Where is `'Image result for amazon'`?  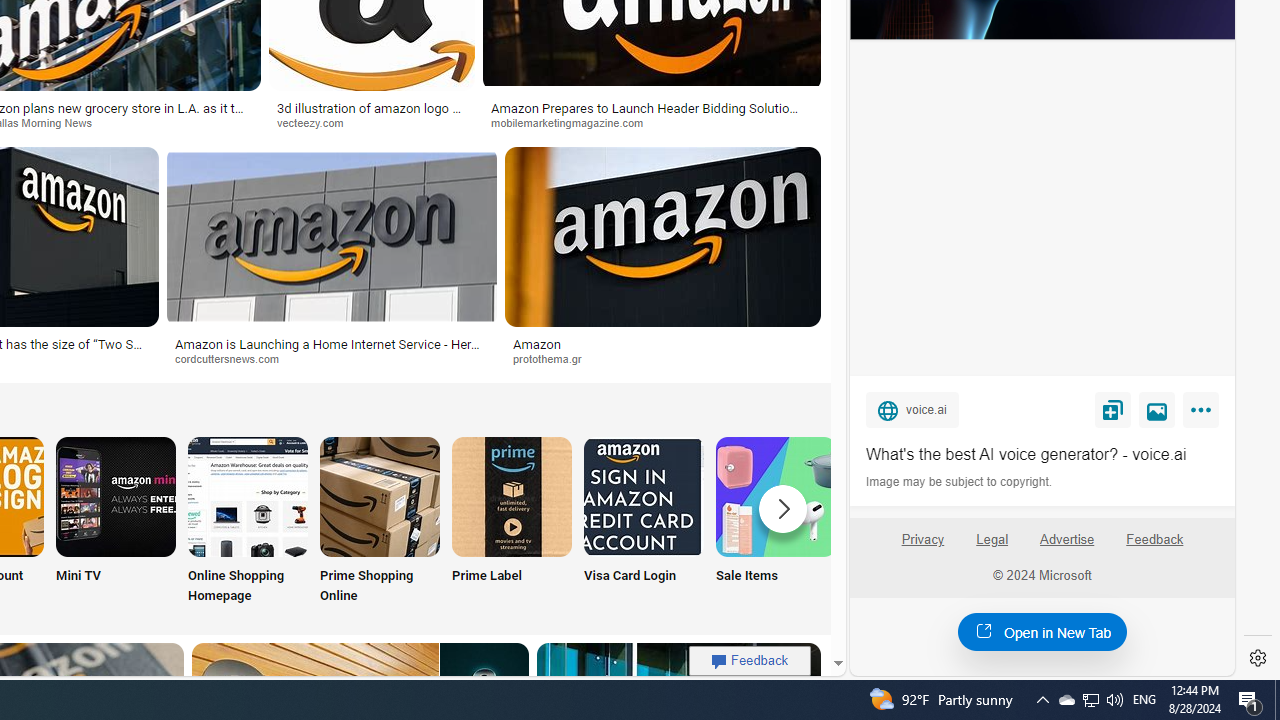 'Image result for amazon' is located at coordinates (663, 235).